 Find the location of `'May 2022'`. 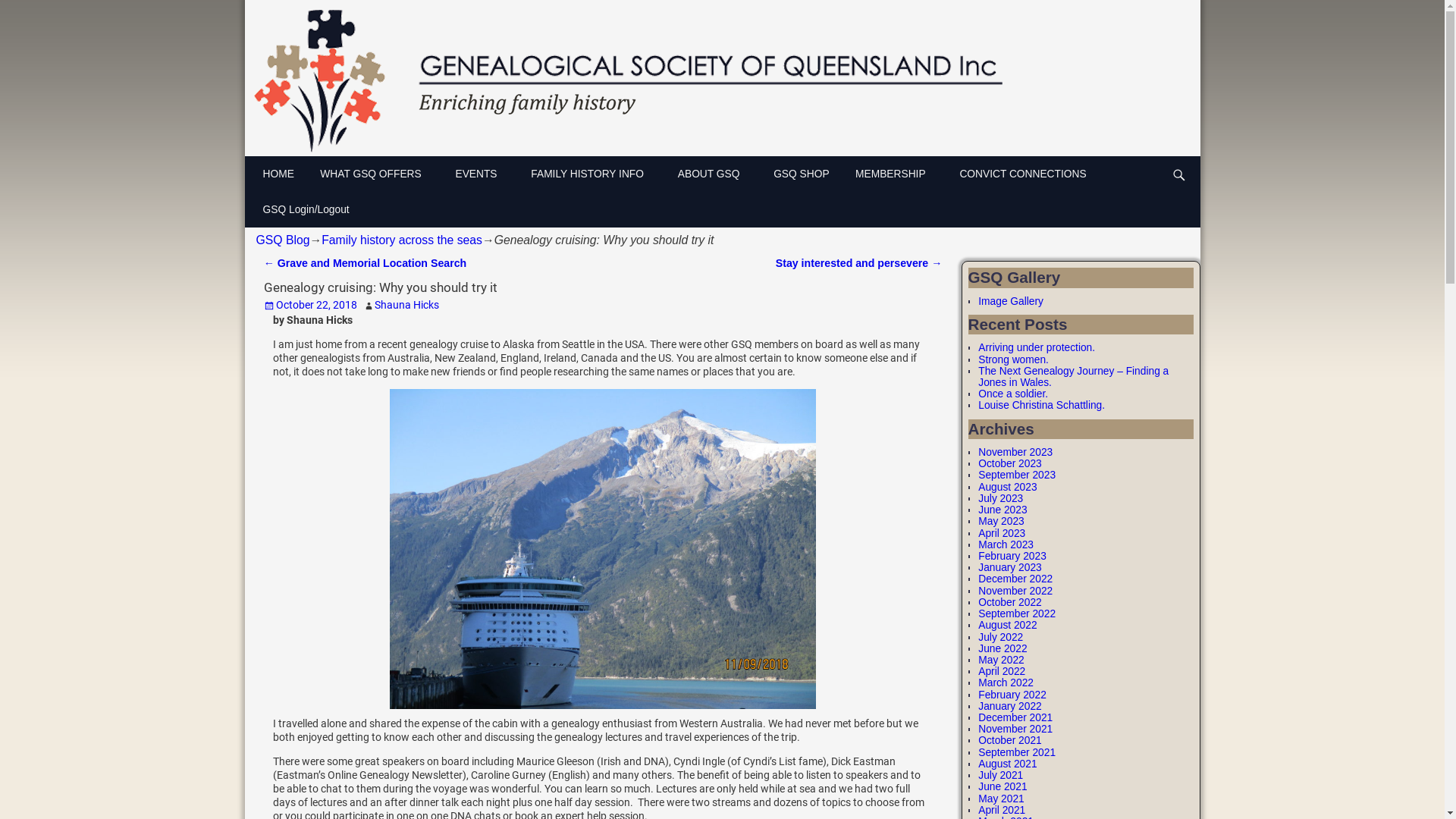

'May 2022' is located at coordinates (1001, 659).